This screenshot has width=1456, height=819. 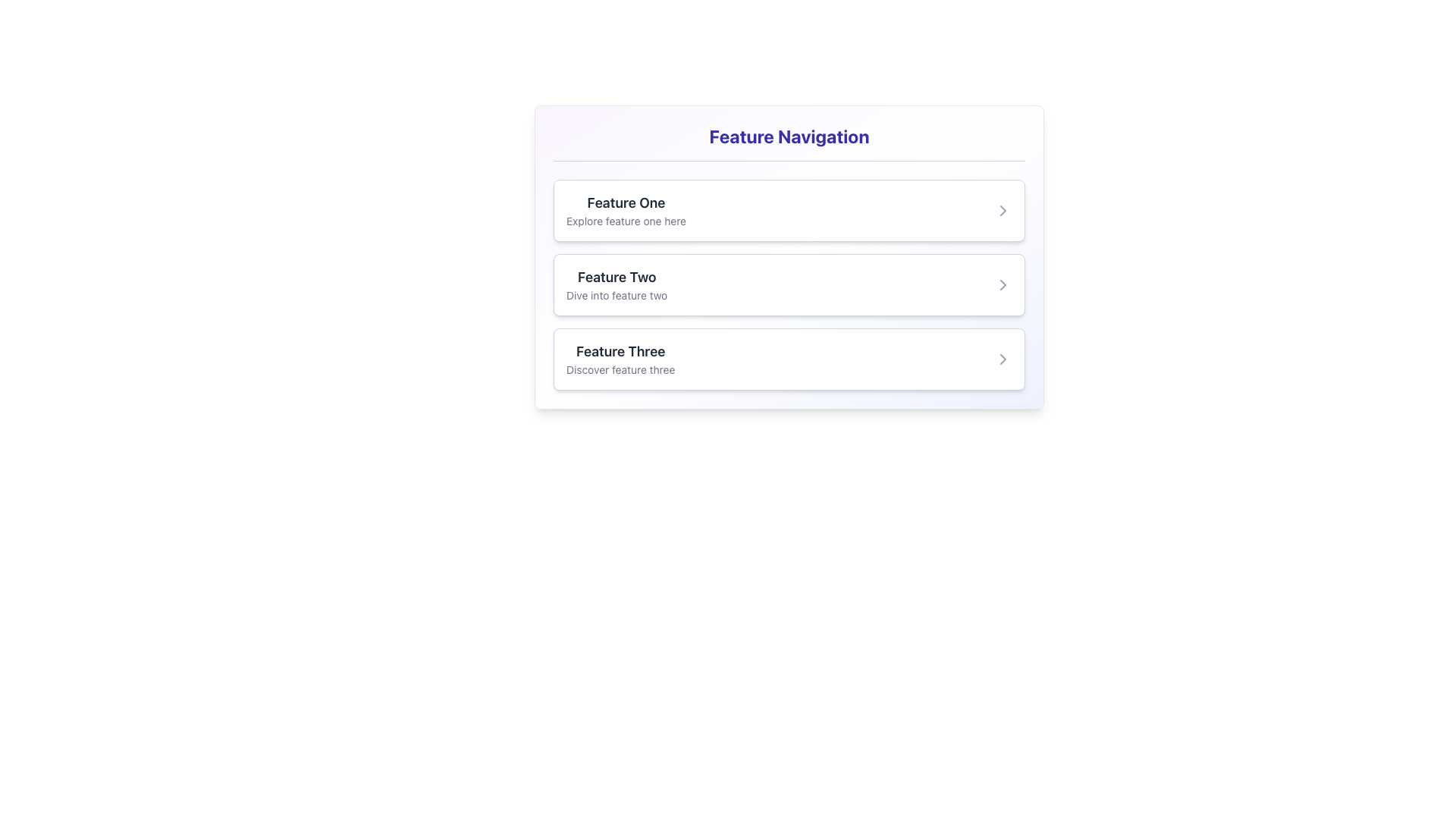 I want to click on the right-pointing navigation chevron icon located in the third row labeled 'Feature Three' in the feature navigation panel, so click(x=1003, y=359).